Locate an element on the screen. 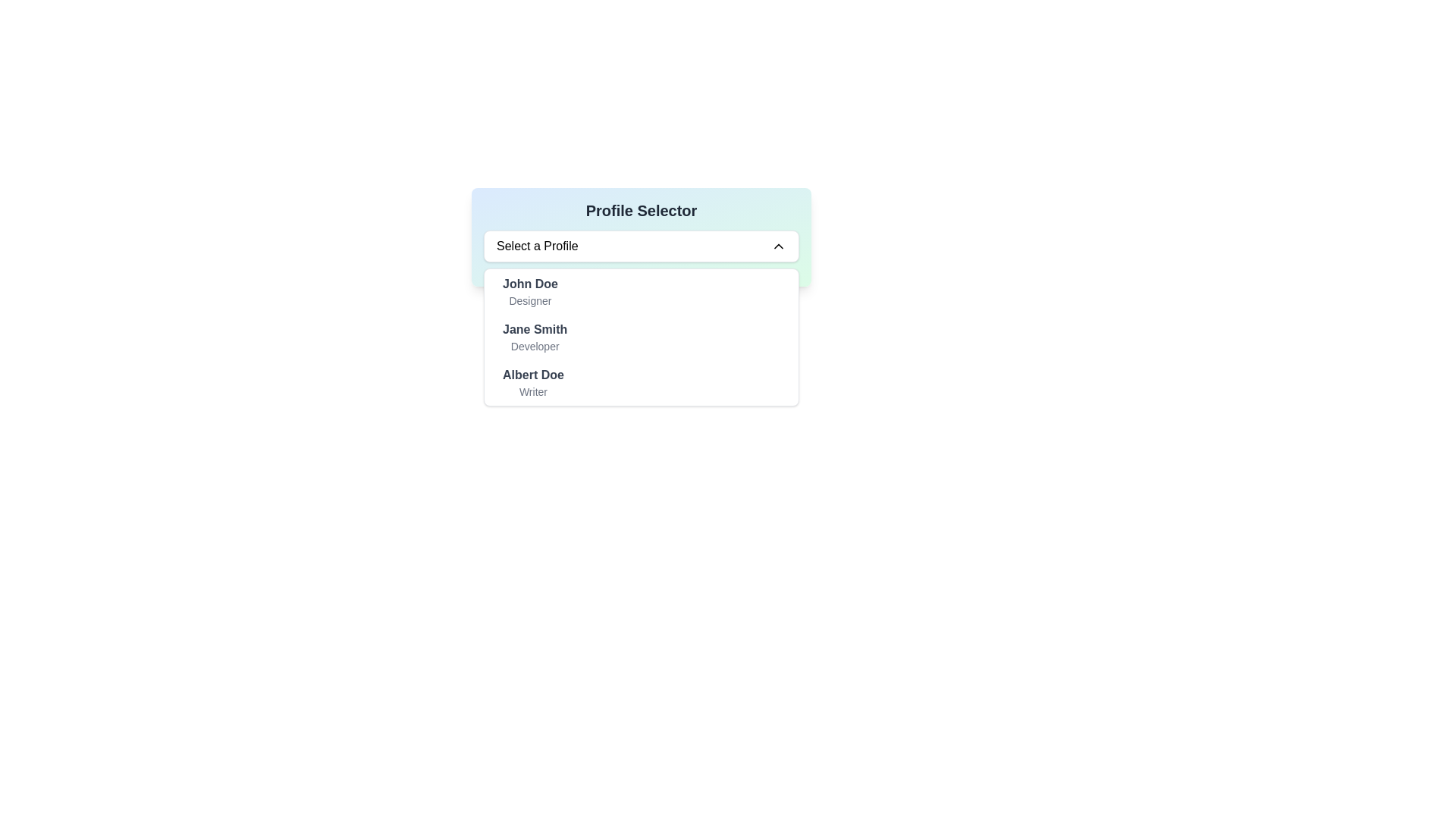 The height and width of the screenshot is (819, 1456). the dropdown item displaying 'Jane Smith' with the label 'Developer' is located at coordinates (535, 336).